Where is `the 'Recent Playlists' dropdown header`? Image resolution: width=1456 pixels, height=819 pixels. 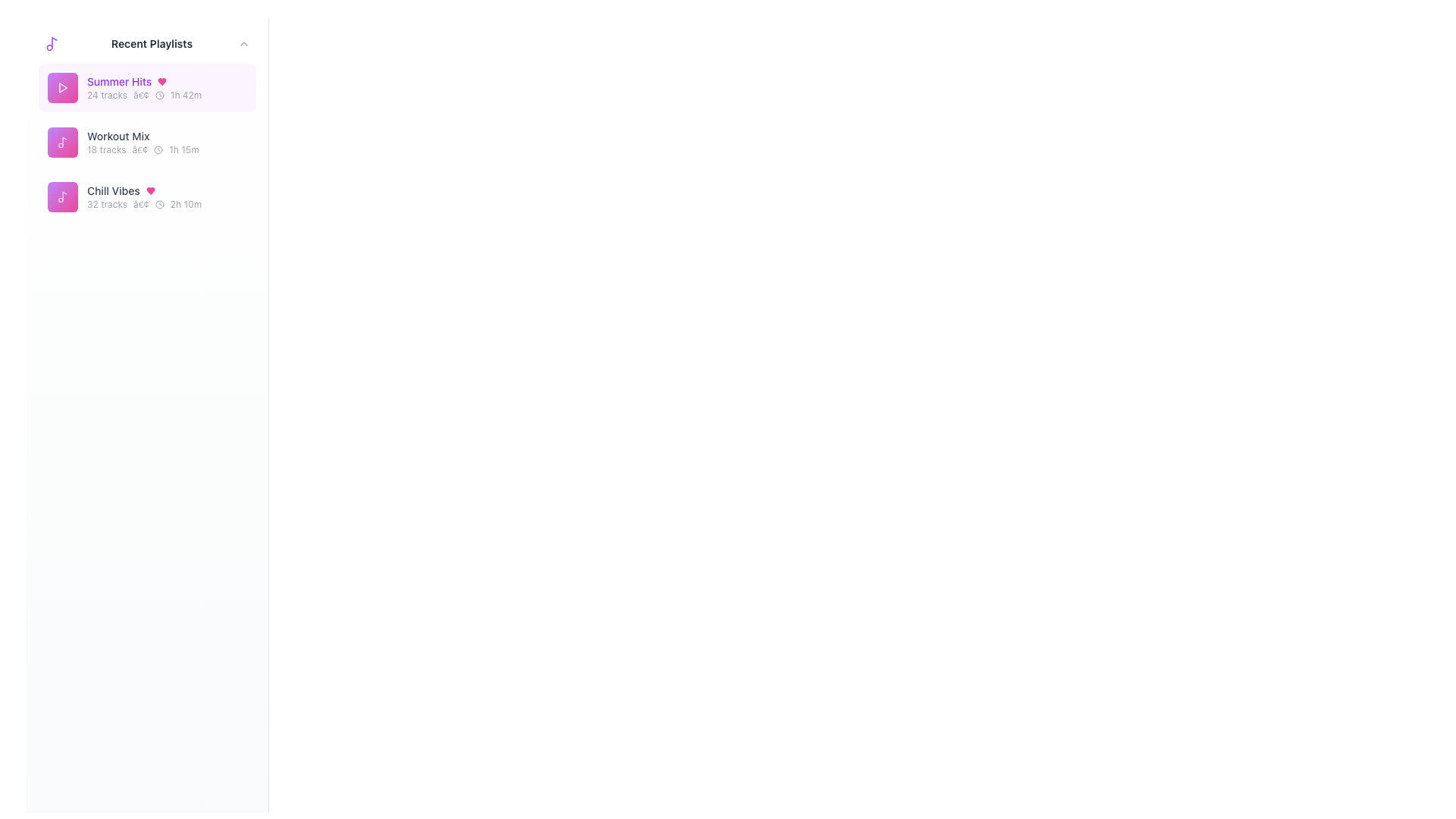
the 'Recent Playlists' dropdown header is located at coordinates (147, 42).